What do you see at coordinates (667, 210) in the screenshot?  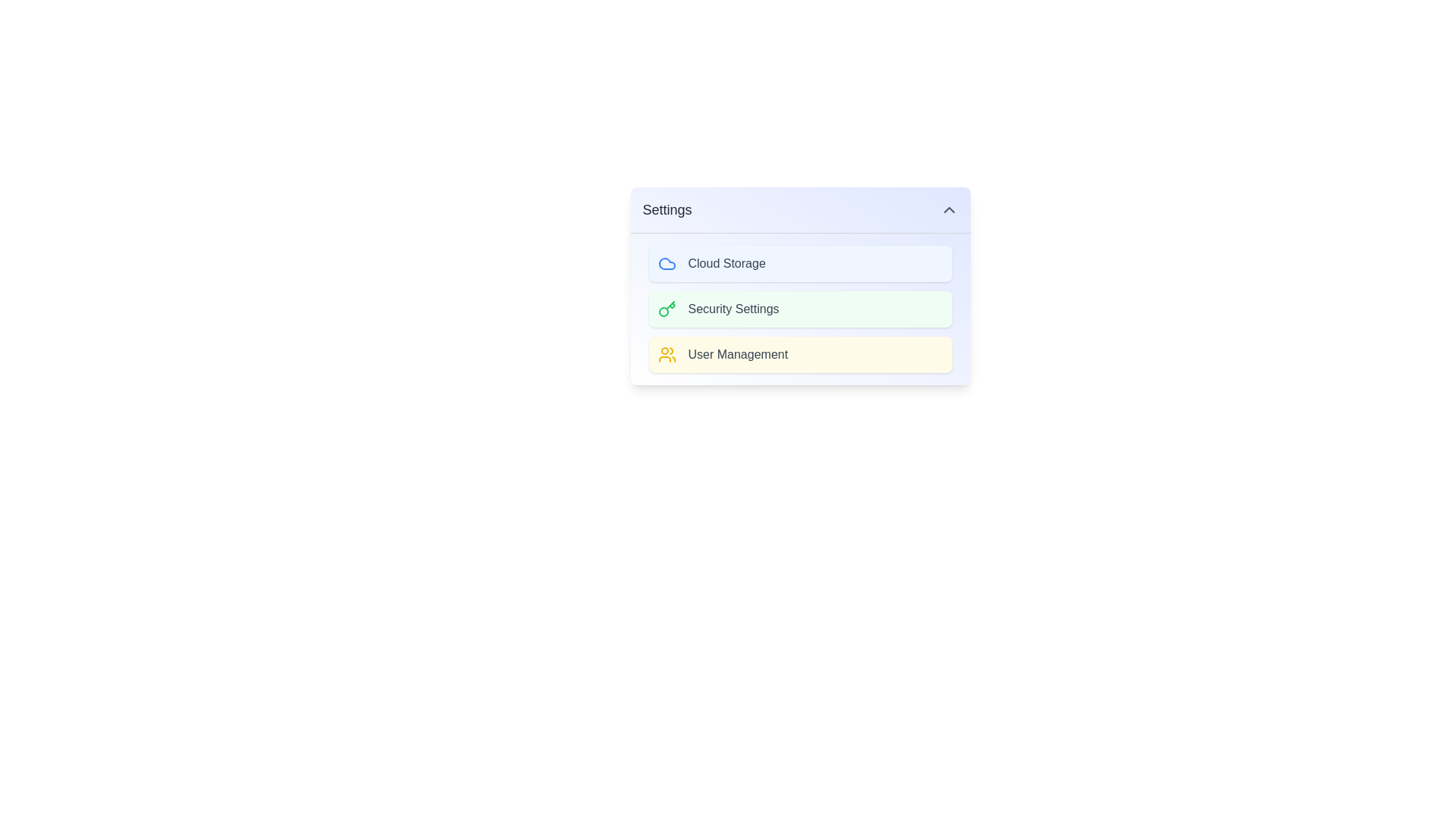 I see `the static text element labeled 'Settings', which is bold and medium-sized in dark gray color, located in the light blue header bar at the top of the menu interface` at bounding box center [667, 210].